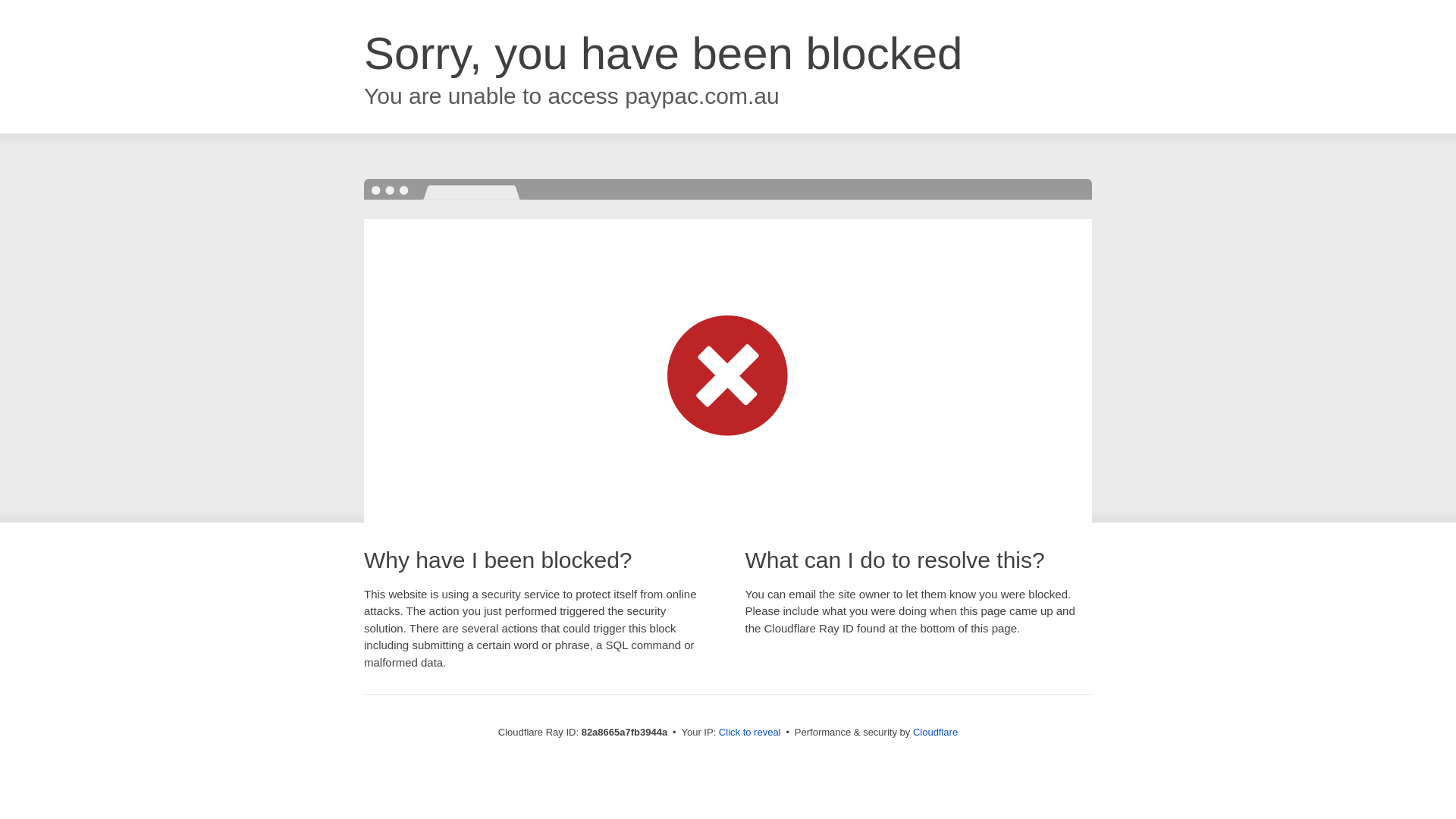  I want to click on 'Cloudflare', so click(934, 731).